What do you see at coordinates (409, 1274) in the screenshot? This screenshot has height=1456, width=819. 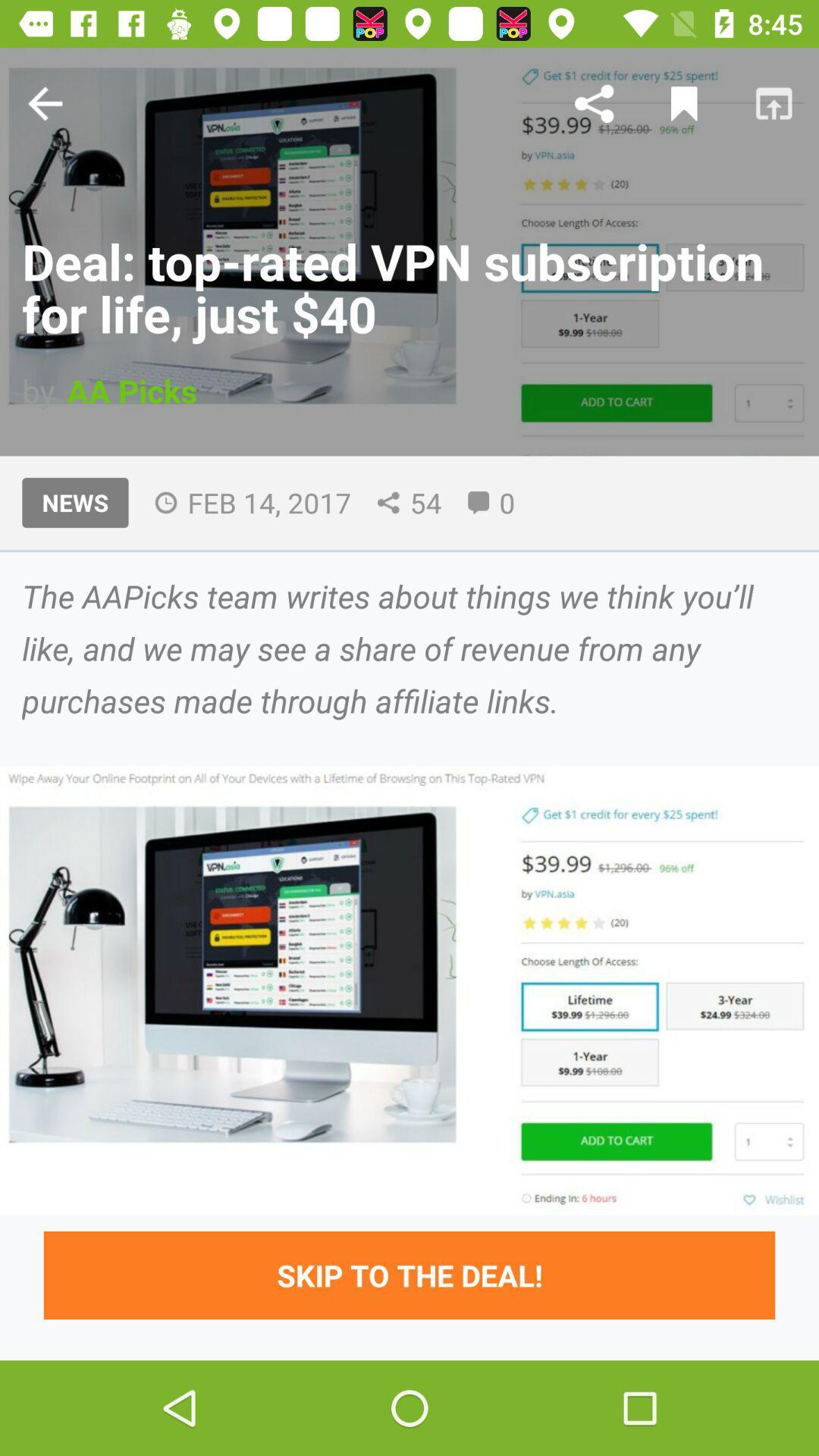 I see `skip to the item` at bounding box center [409, 1274].